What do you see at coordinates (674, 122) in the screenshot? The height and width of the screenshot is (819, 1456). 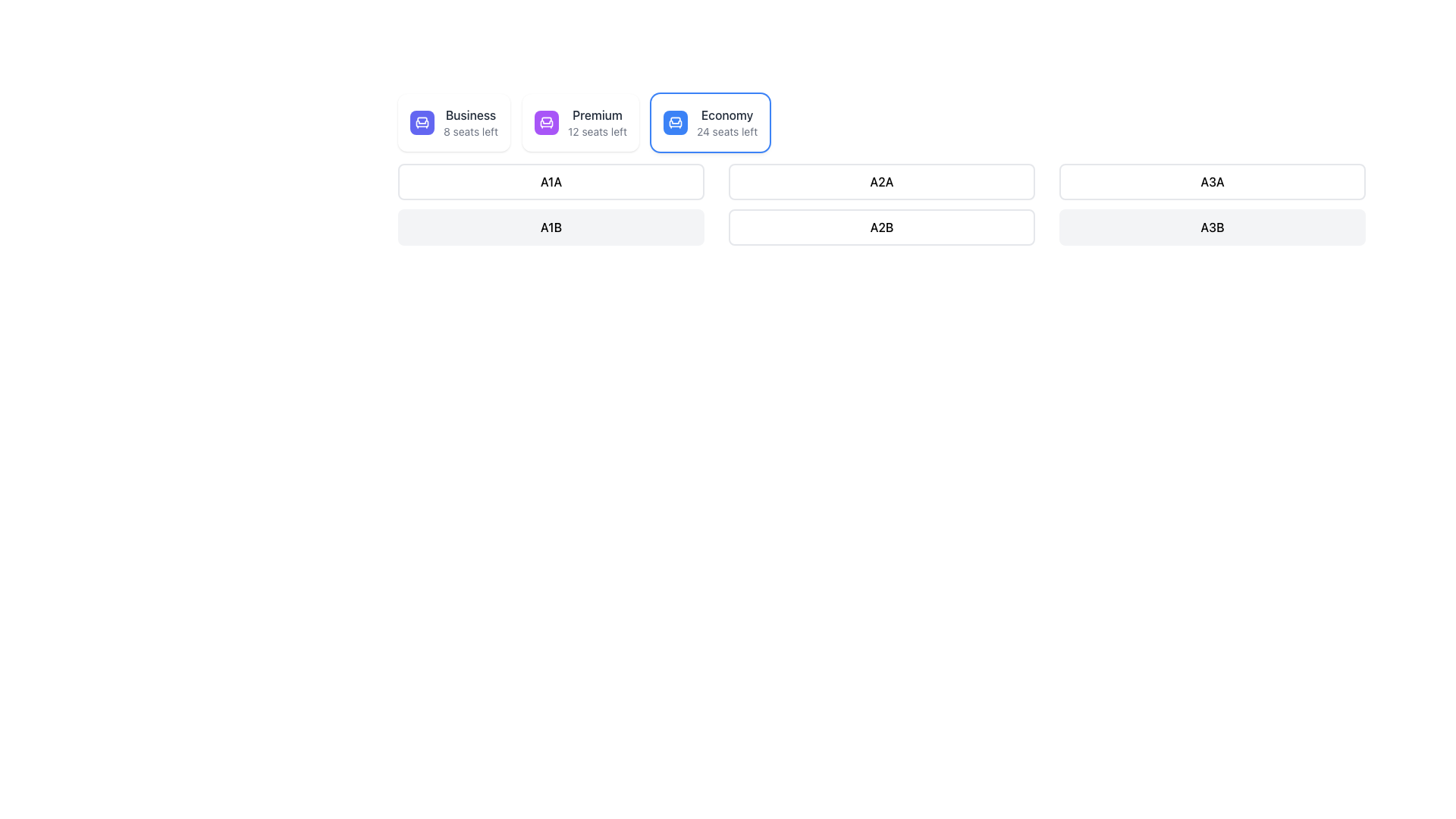 I see `the rounded square-shaped blue button with a white armchair icon in the 'Economy 24 seats left' section` at bounding box center [674, 122].